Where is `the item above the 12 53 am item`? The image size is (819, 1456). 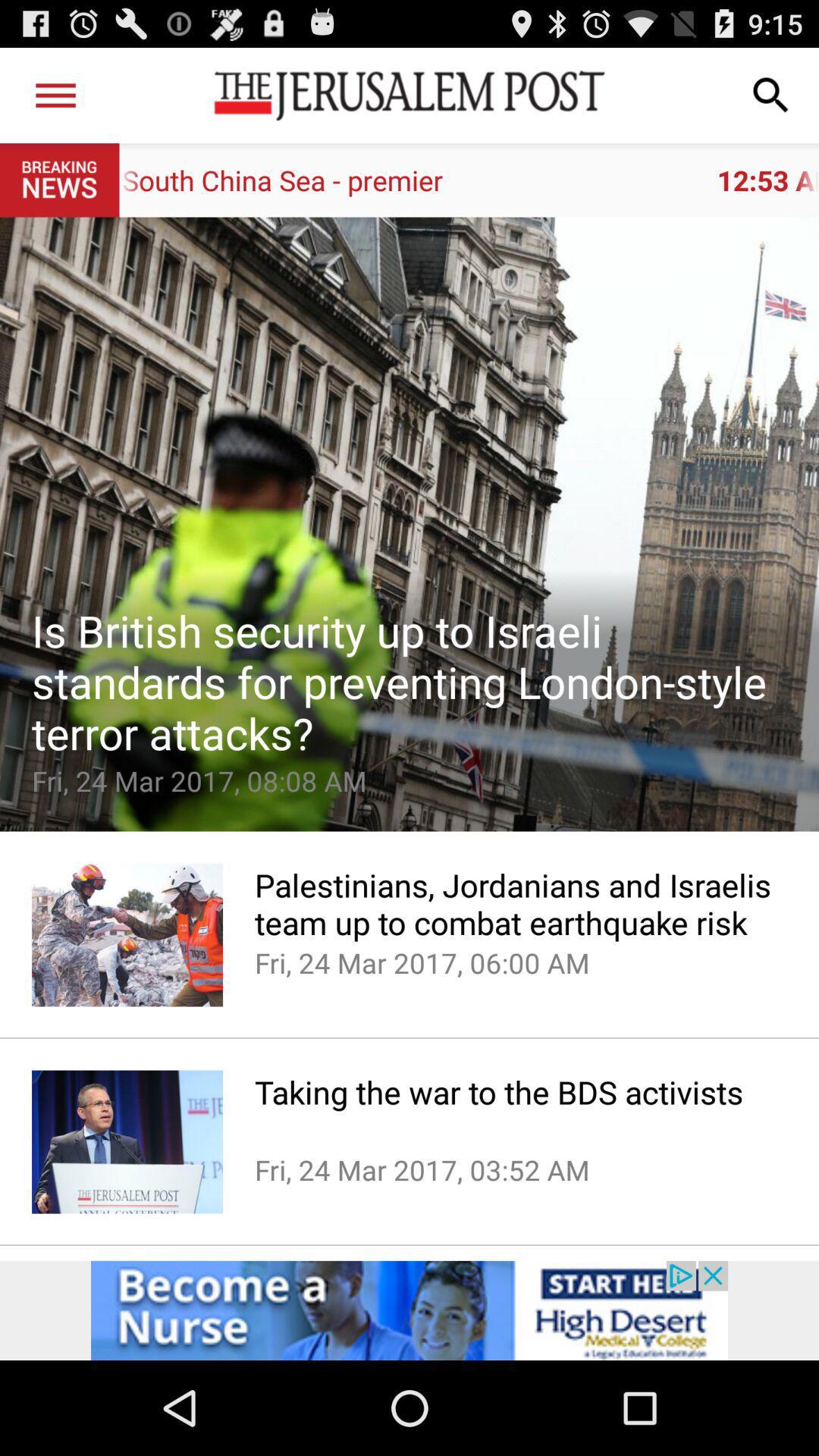 the item above the 12 53 am item is located at coordinates (55, 94).